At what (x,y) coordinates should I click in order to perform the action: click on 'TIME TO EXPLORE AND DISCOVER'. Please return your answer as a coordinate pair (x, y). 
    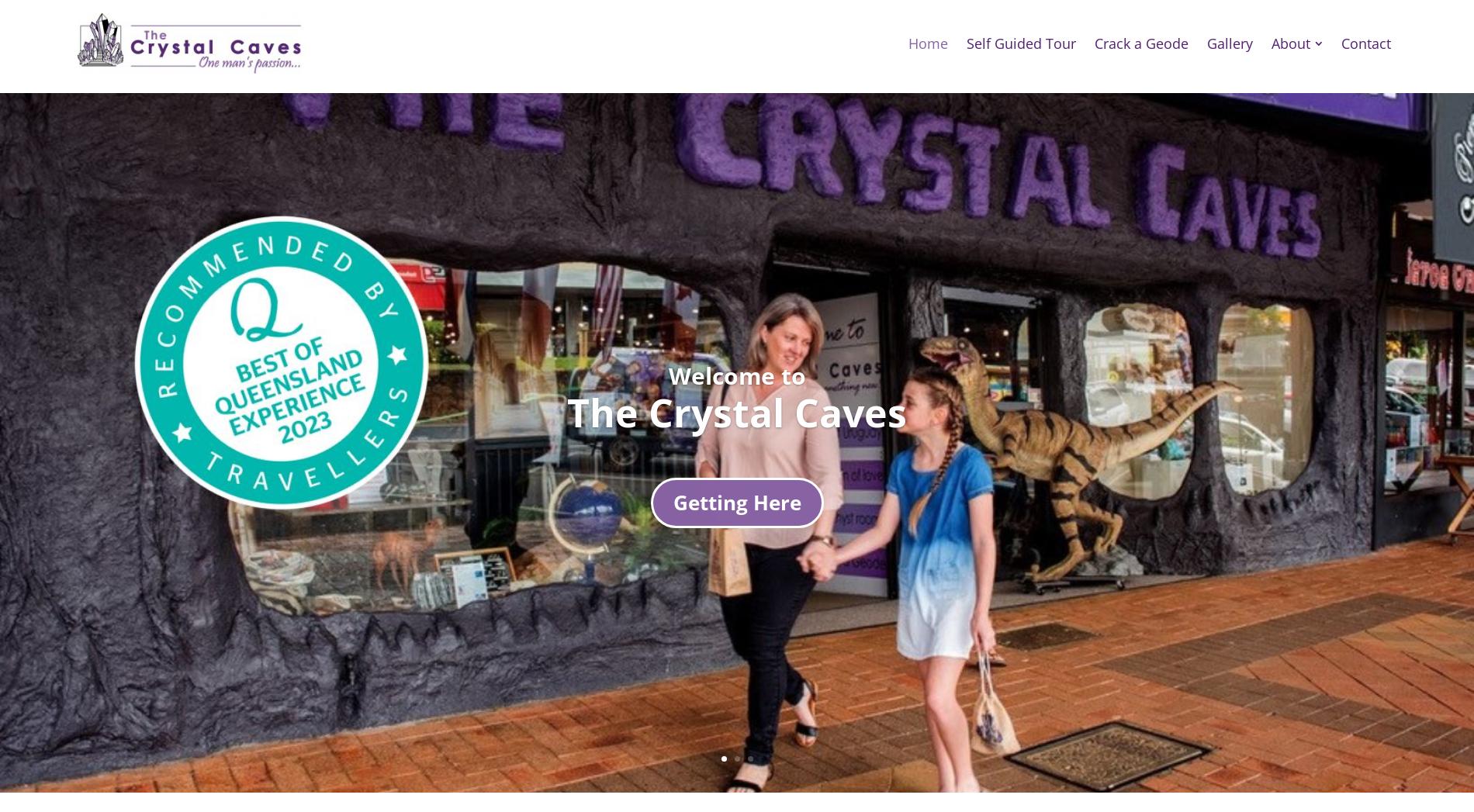
    Looking at the image, I should click on (737, 420).